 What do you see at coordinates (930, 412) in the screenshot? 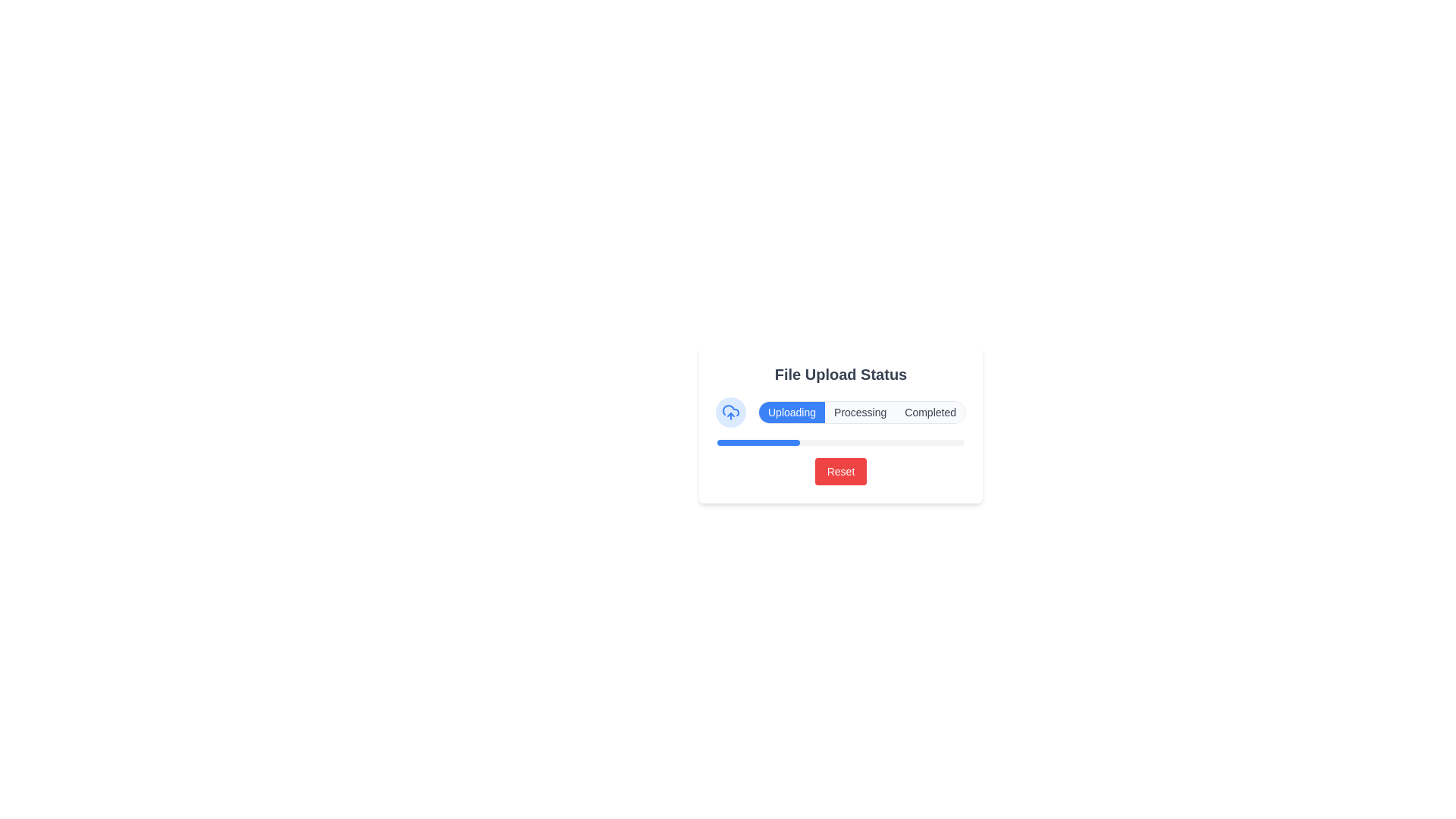
I see `the 'Completed' button, which is a small rectangular button with a light gray background and dark gray text, located as the last button in a horizontal set of status buttons` at bounding box center [930, 412].